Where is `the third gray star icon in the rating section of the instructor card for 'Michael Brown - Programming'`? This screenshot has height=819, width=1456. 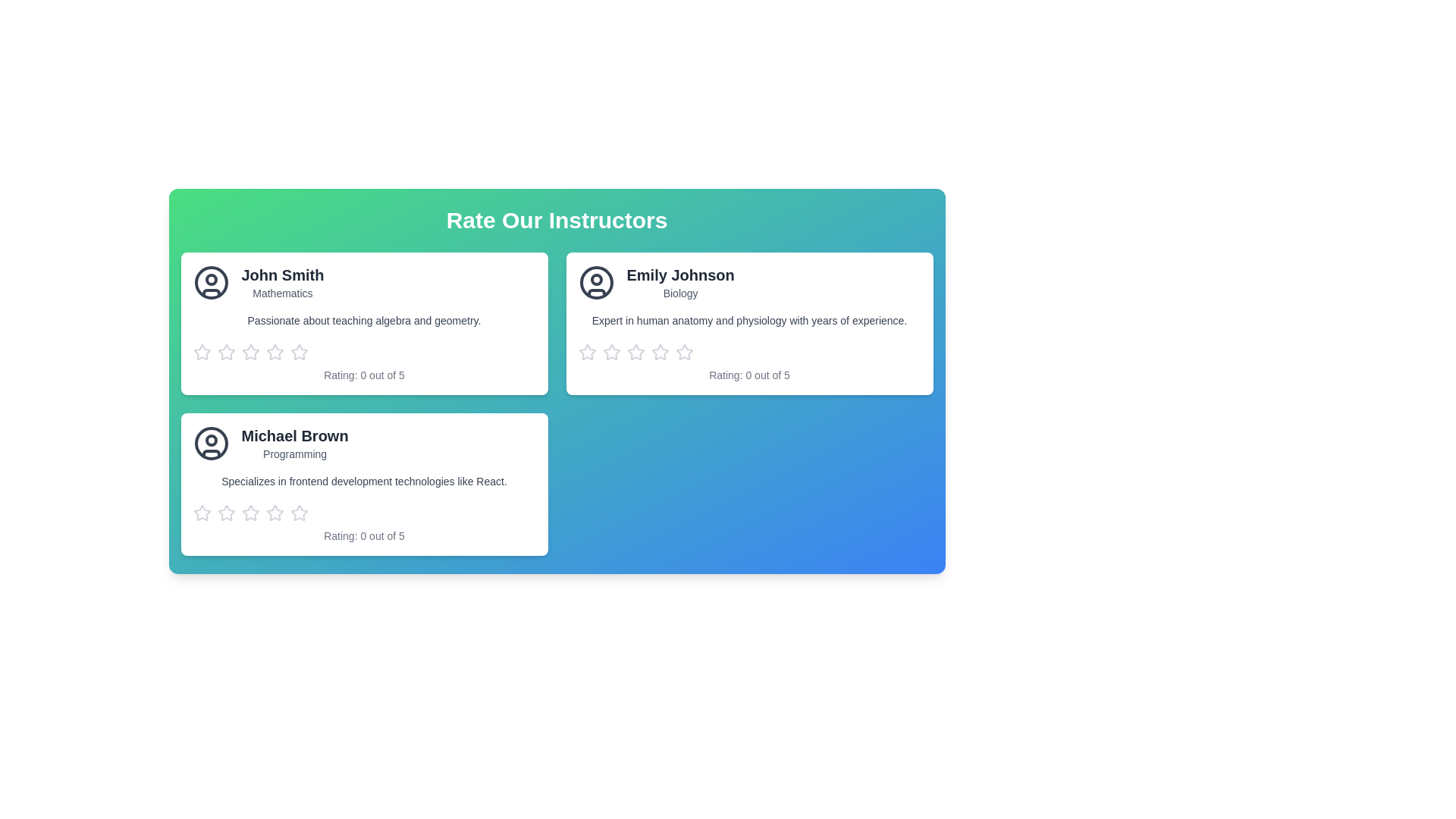 the third gray star icon in the rating section of the instructor card for 'Michael Brown - Programming' is located at coordinates (299, 512).